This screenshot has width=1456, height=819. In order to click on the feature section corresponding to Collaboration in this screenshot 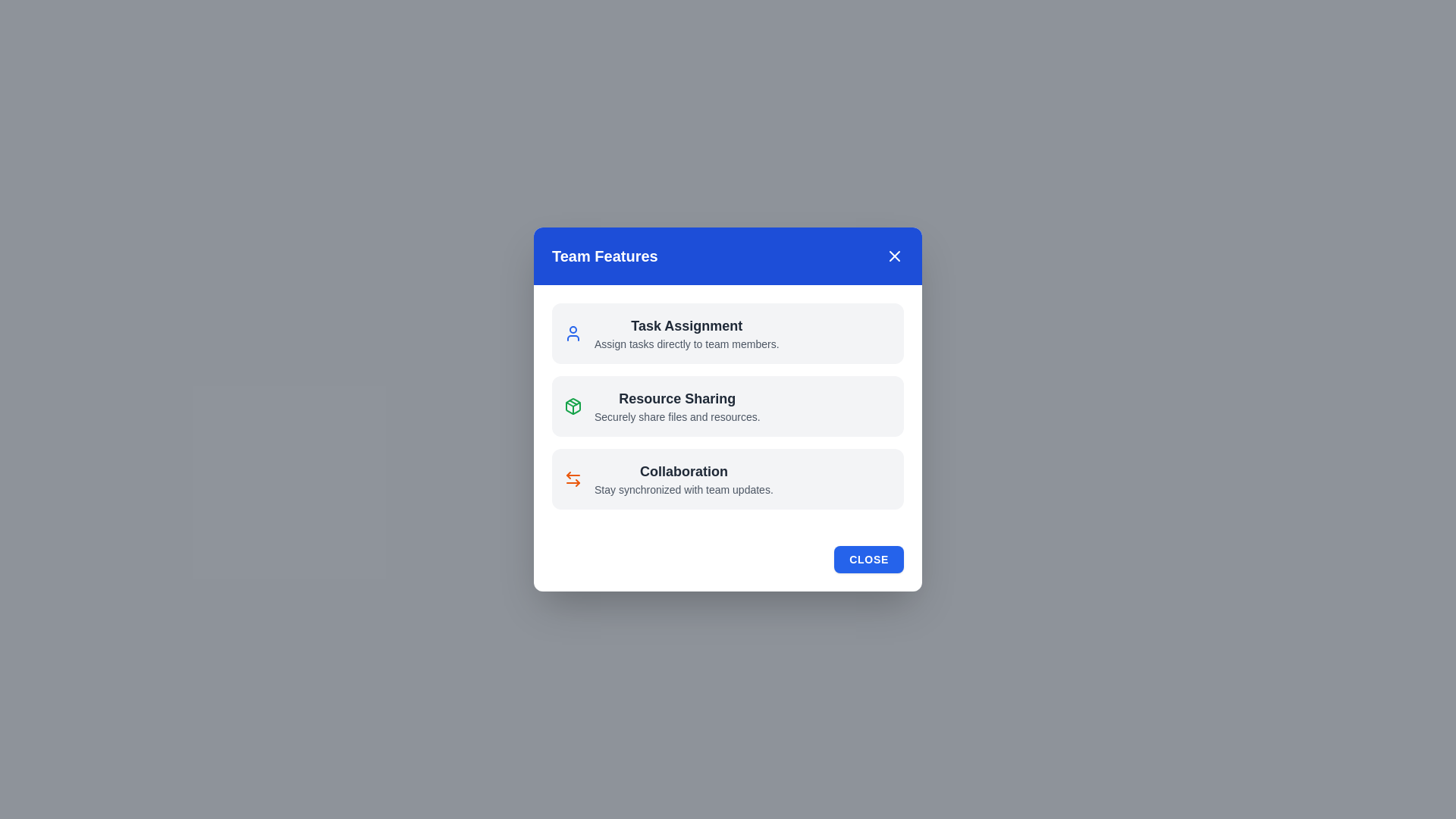, I will do `click(728, 479)`.